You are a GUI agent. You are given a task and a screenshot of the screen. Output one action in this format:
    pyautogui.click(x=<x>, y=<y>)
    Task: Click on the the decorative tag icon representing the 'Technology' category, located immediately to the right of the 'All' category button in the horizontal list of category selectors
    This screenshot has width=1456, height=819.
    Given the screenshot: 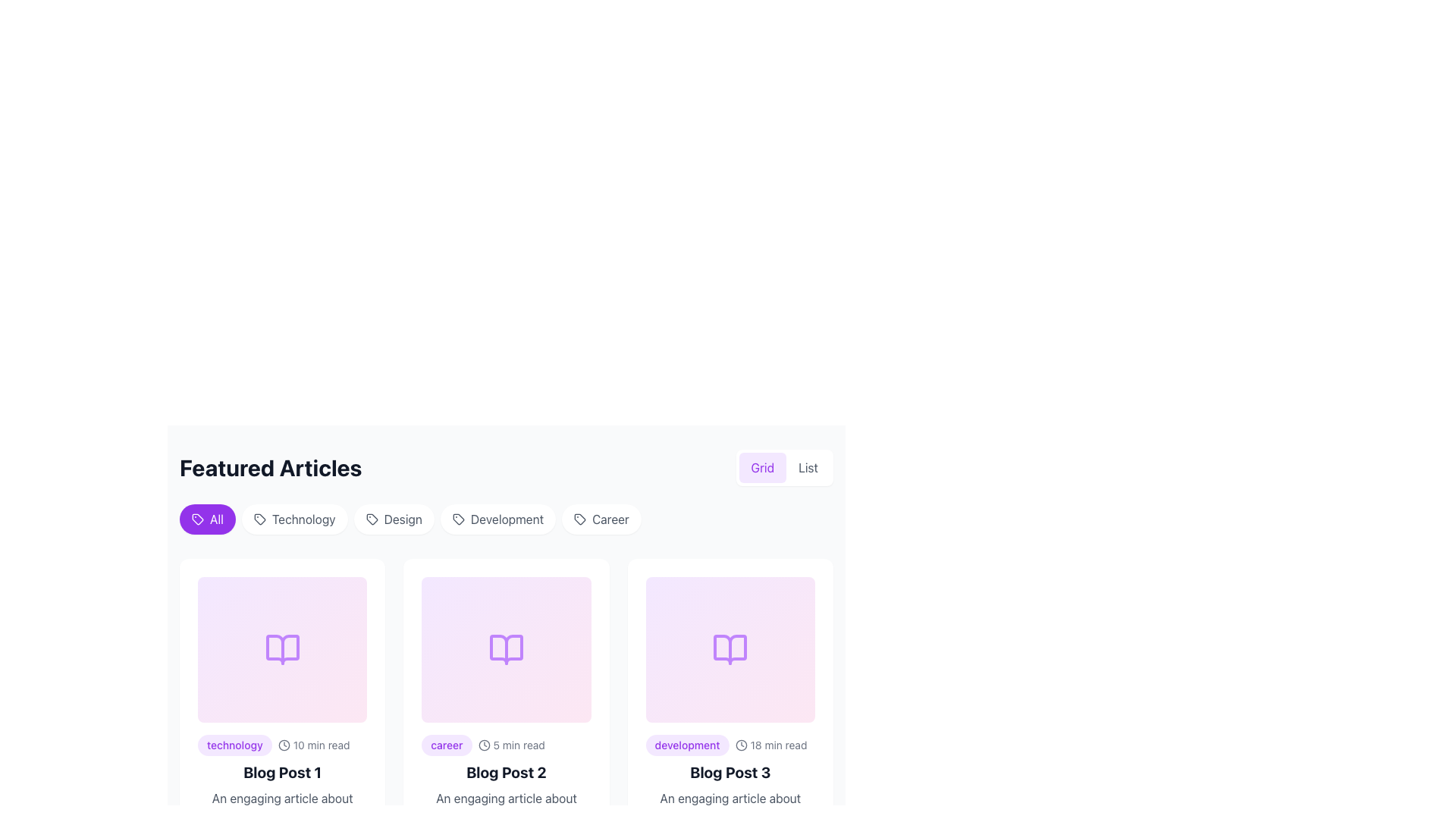 What is the action you would take?
    pyautogui.click(x=259, y=519)
    